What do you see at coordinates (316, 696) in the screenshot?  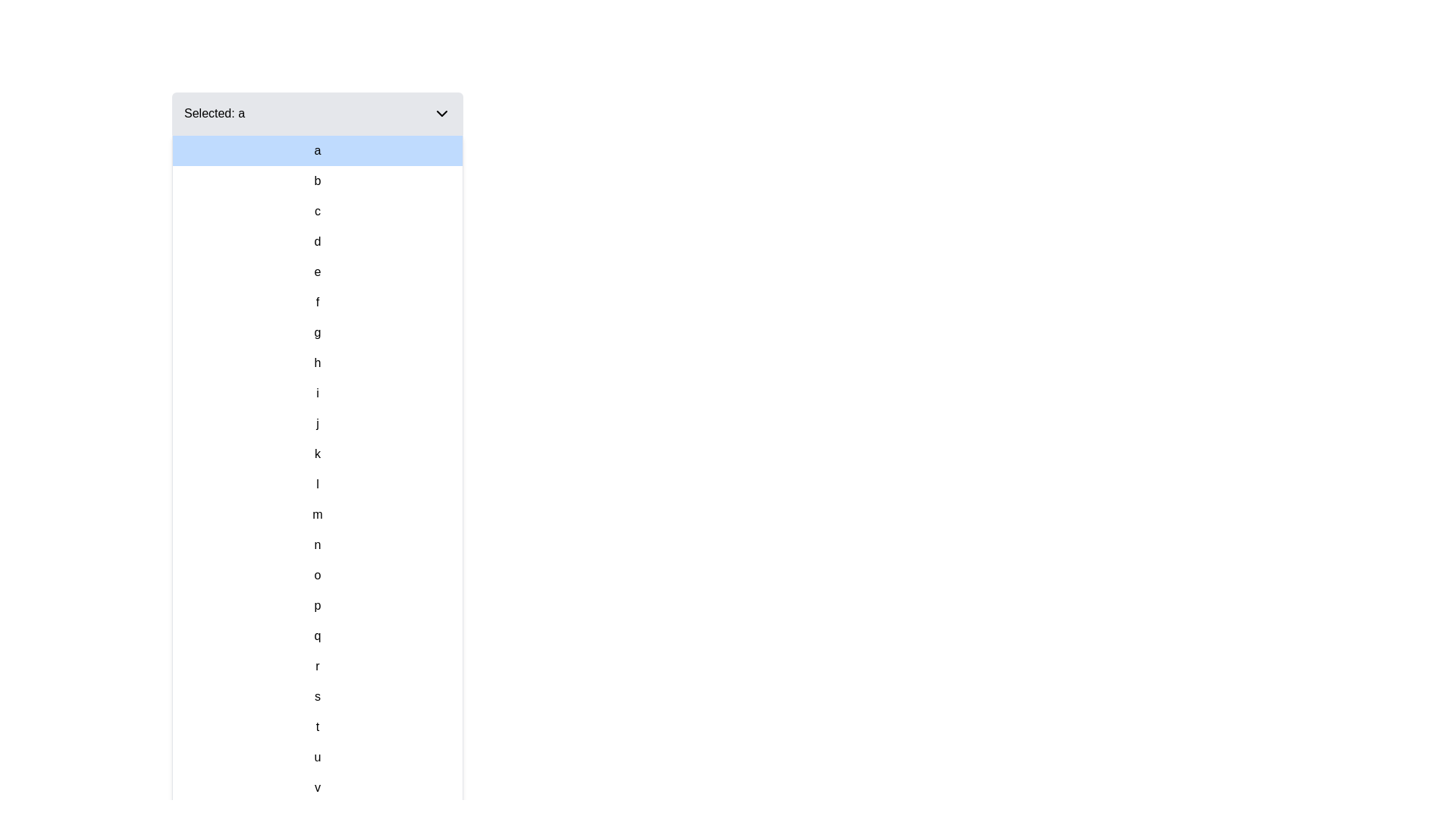 I see `the list item displaying the lowercase letter 's', which is the 19th item in a vertical alphabetical list within a dropdown menu` at bounding box center [316, 696].